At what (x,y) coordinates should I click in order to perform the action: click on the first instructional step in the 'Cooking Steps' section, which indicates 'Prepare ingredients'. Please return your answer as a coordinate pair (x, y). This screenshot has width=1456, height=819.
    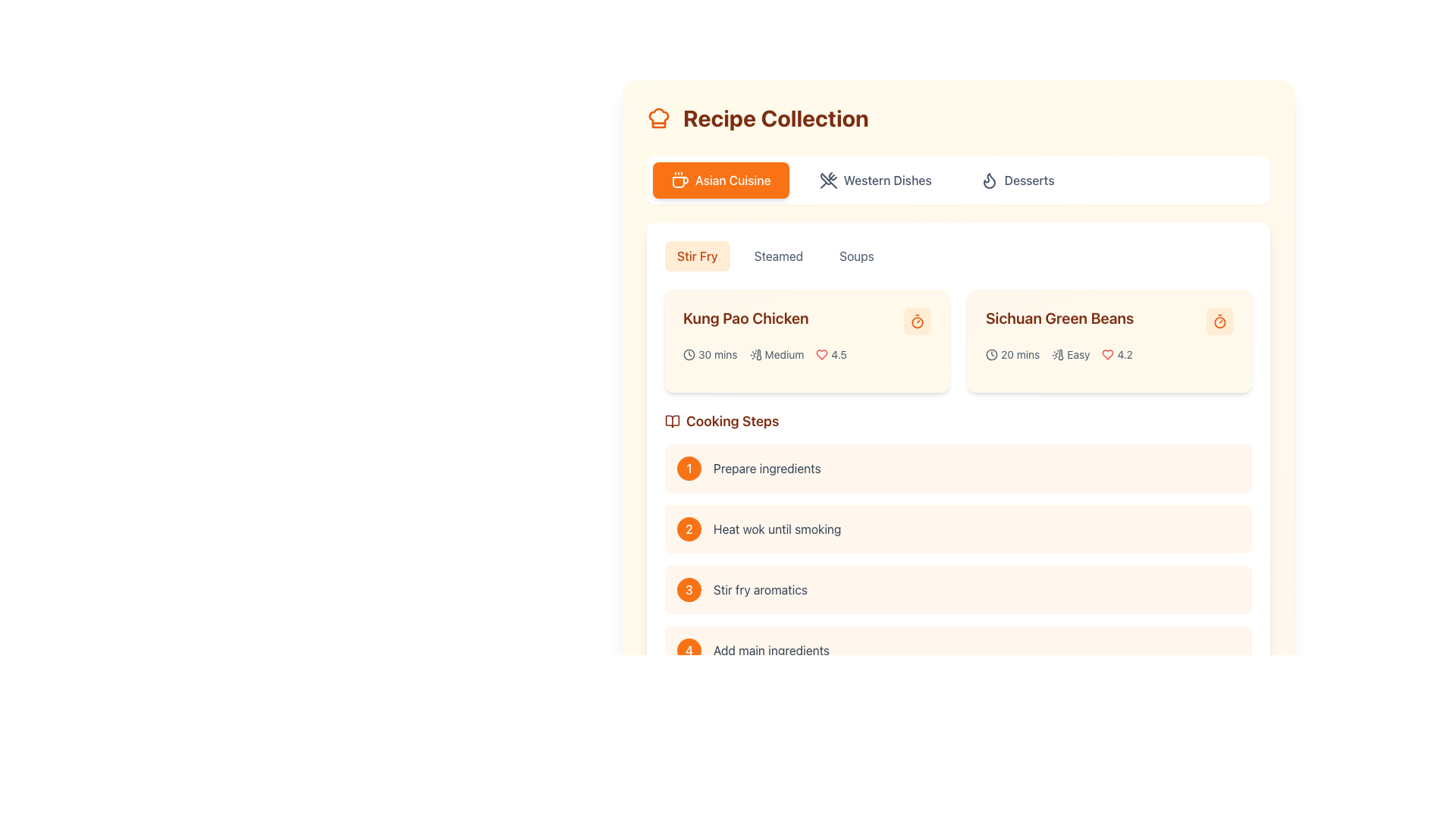
    Looking at the image, I should click on (957, 467).